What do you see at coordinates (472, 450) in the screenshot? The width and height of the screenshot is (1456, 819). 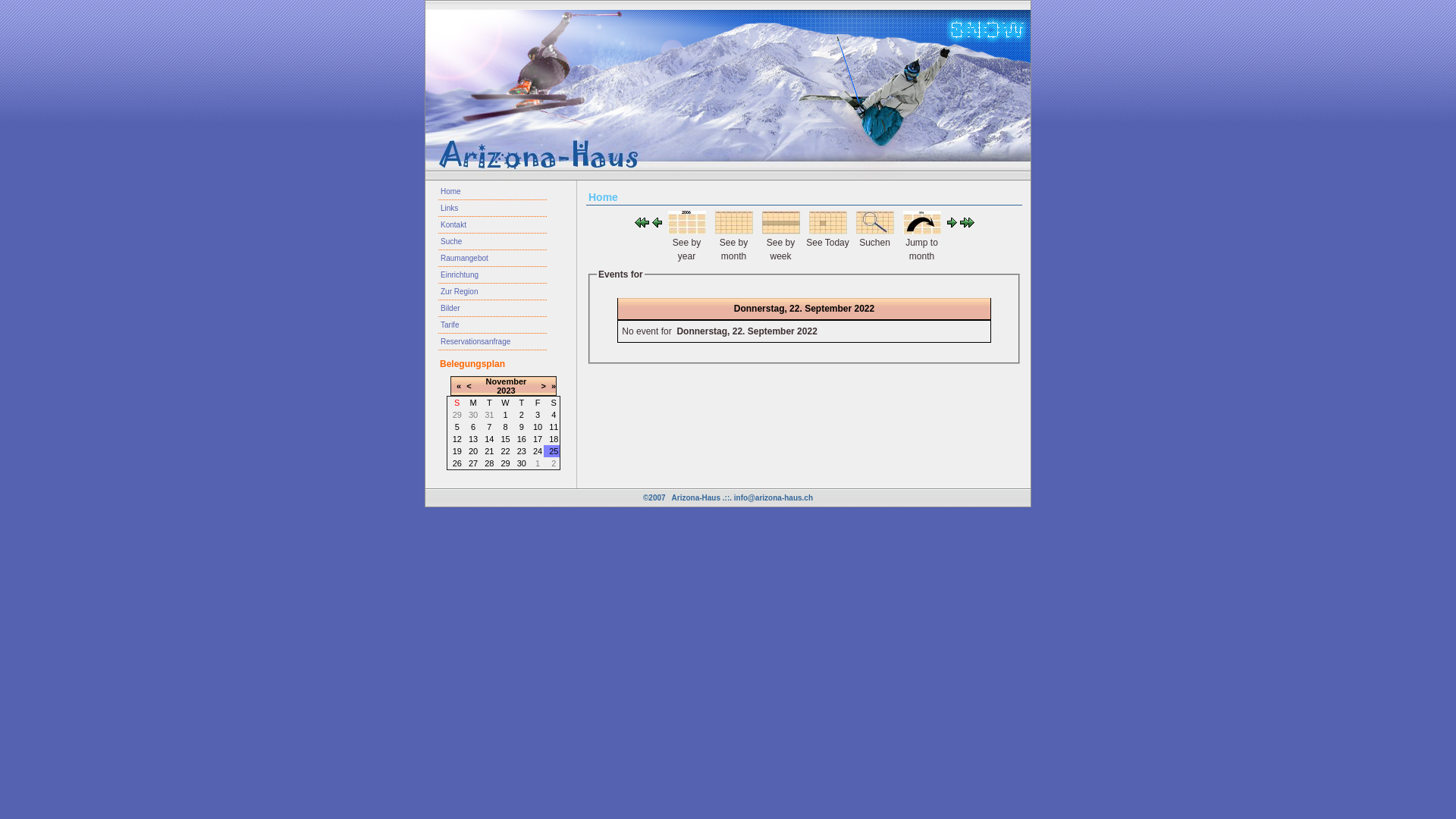 I see `'20'` at bounding box center [472, 450].